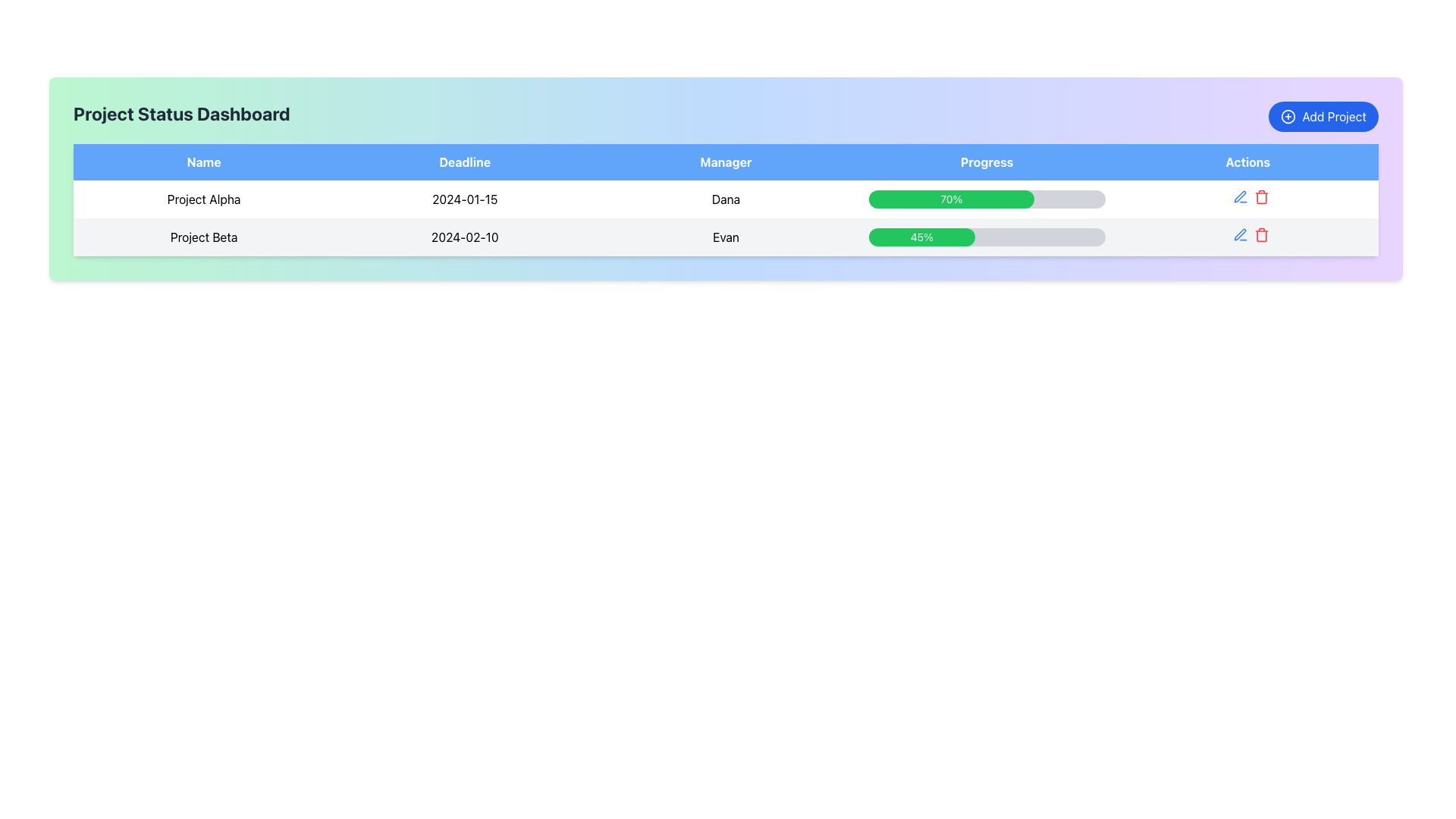  What do you see at coordinates (464, 198) in the screenshot?
I see `the text display element showing '2024-01-15' in the 'Deadline' column of the 'Project Alpha' row for interaction` at bounding box center [464, 198].